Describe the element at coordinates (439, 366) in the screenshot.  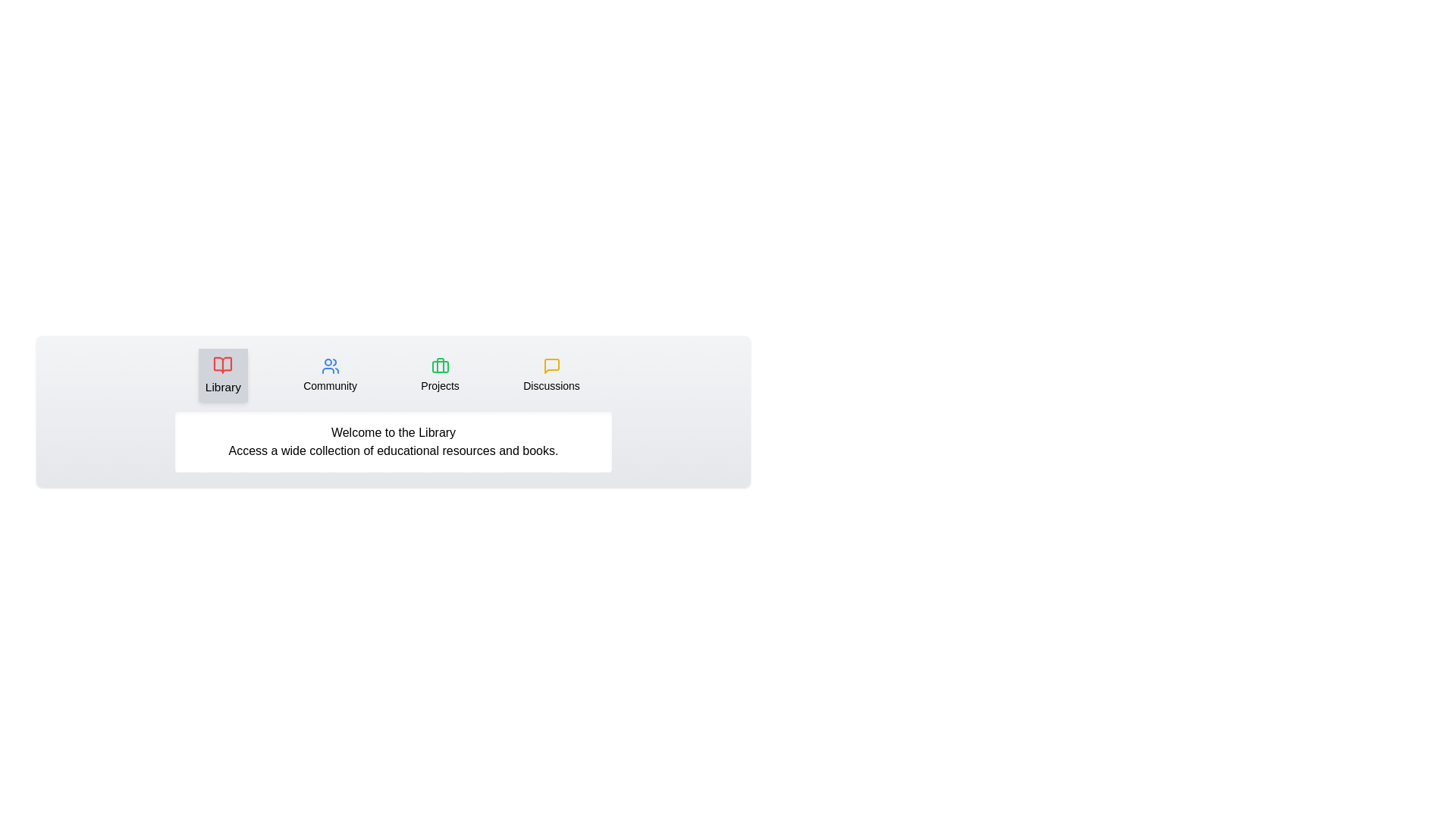
I see `the 'Projects' icon located above the text element 'Projects' for accessibility tools` at that location.